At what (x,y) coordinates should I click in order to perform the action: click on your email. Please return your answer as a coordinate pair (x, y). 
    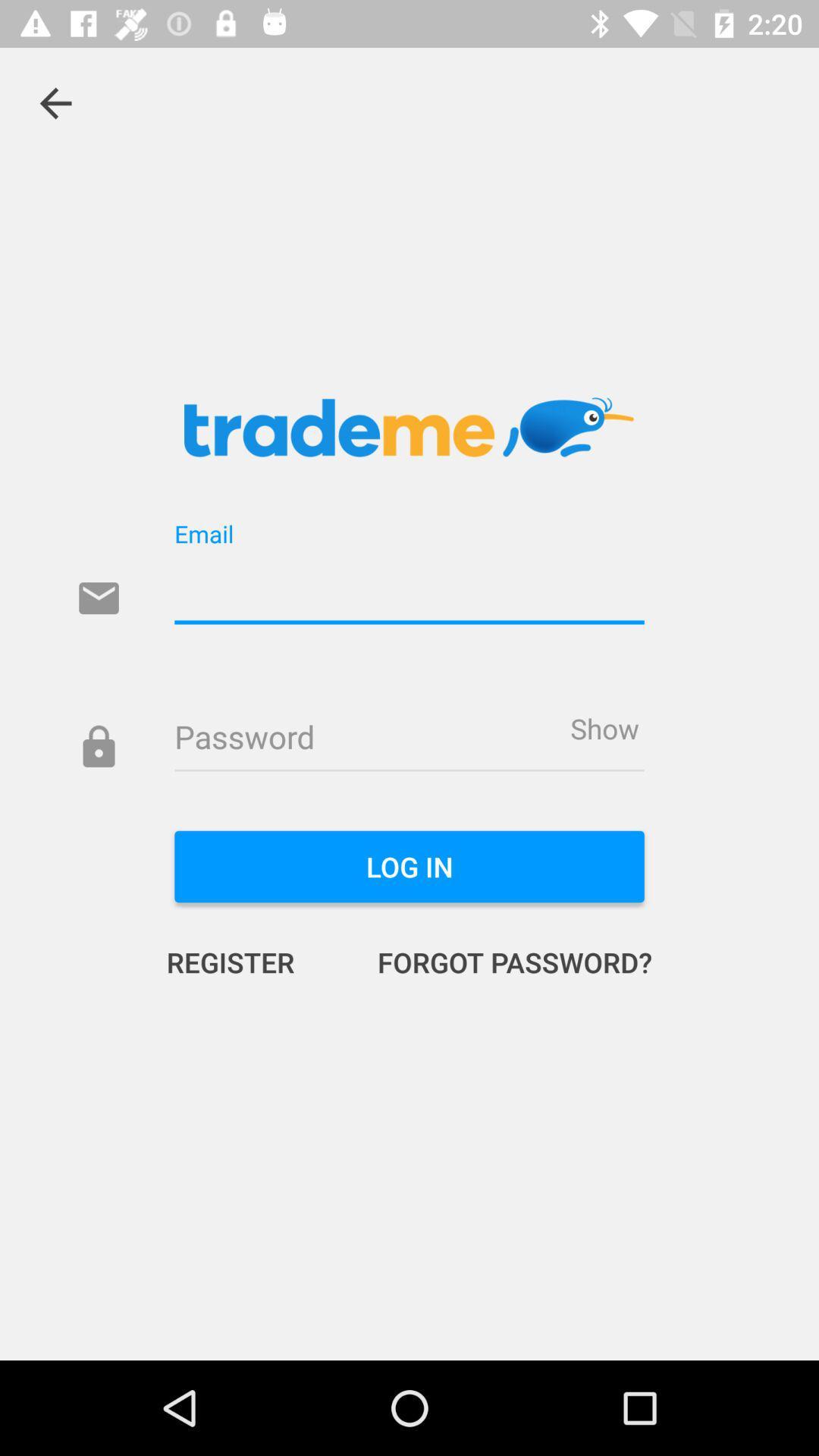
    Looking at the image, I should click on (409, 589).